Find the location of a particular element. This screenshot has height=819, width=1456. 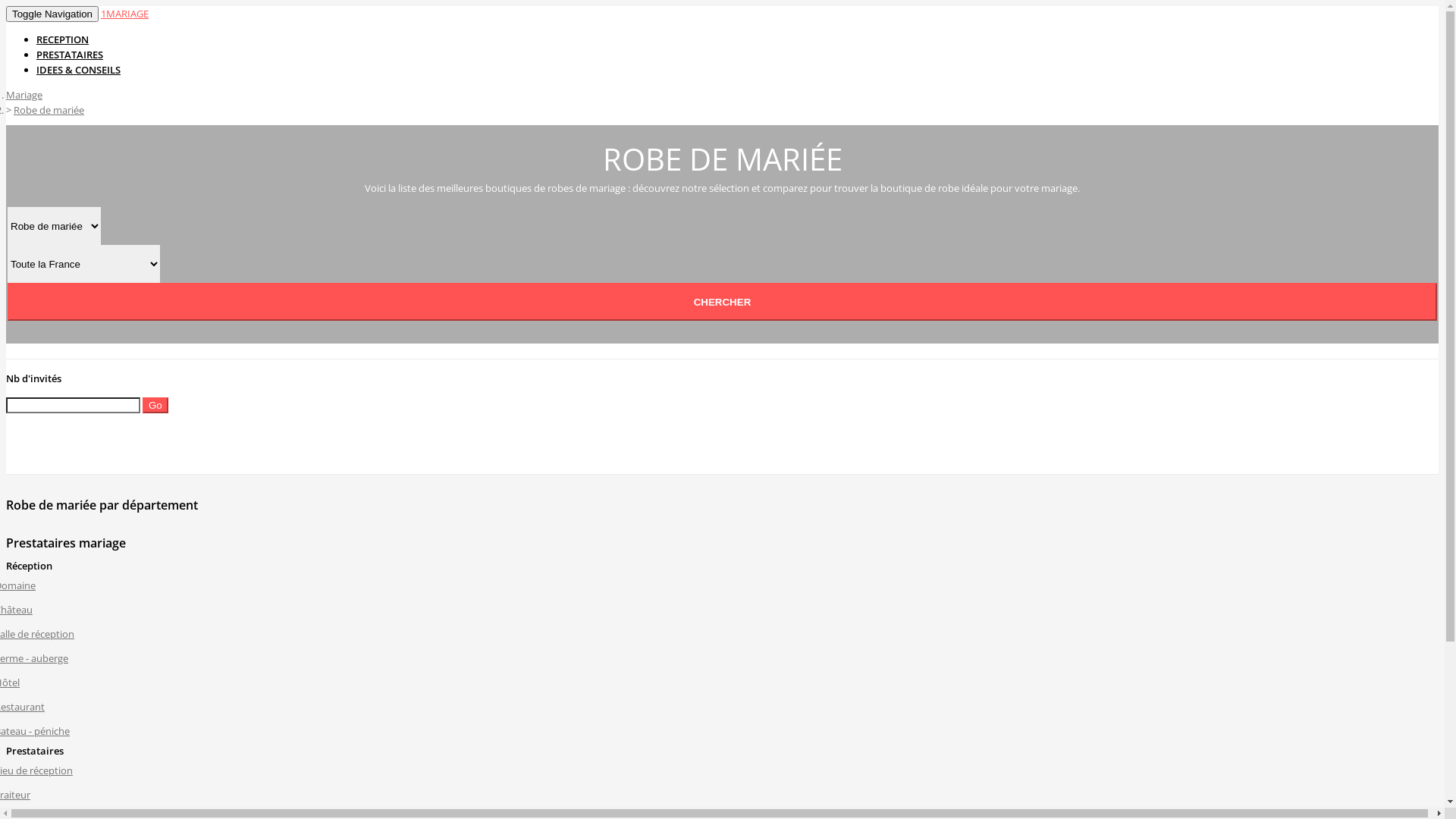

'Toggle Navigation' is located at coordinates (52, 14).